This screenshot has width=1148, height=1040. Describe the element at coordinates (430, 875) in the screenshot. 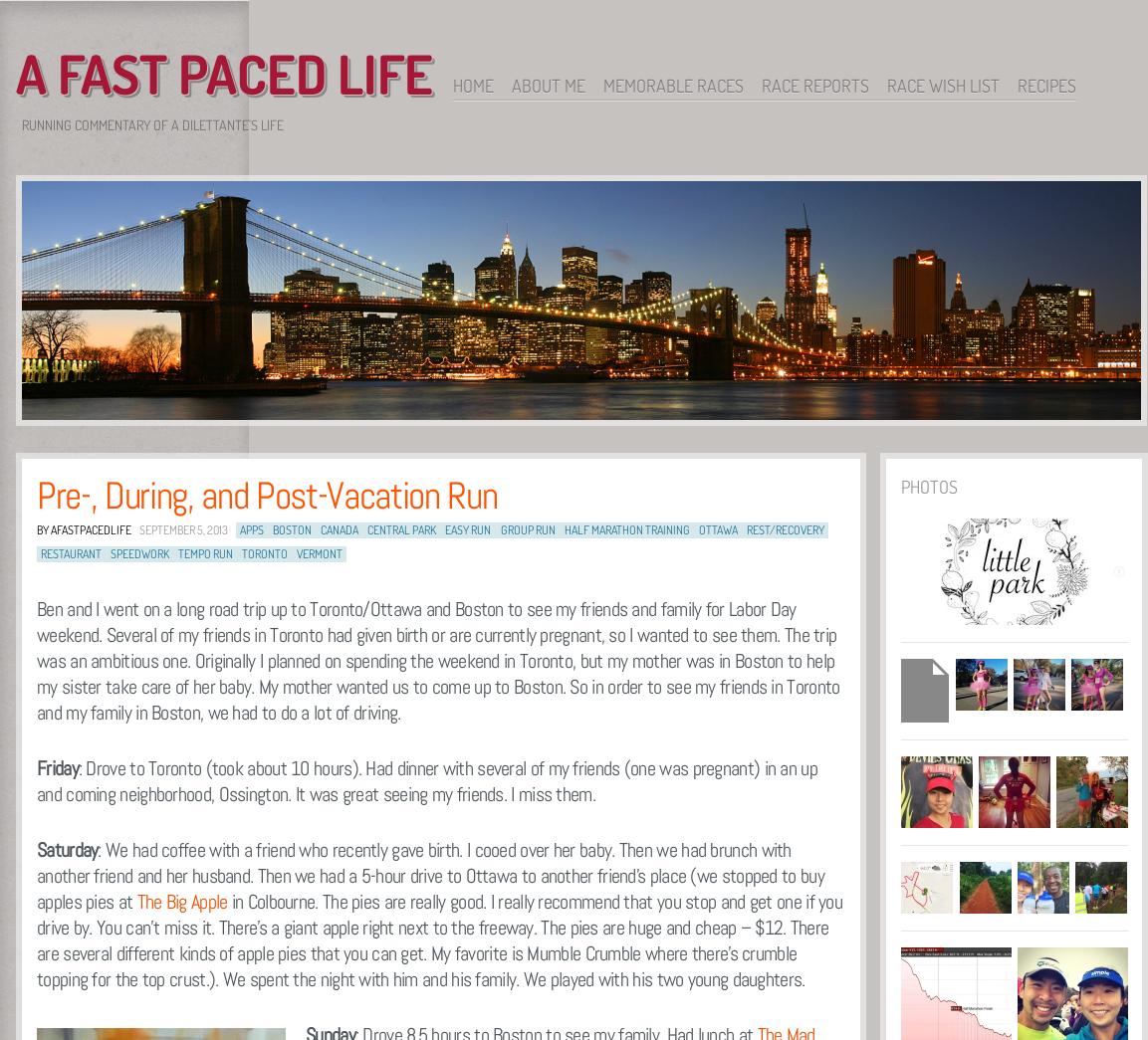

I see `': We had coffee with a friend who recently gave birth. I cooed over her baby. Then we had brunch with another friend and her husband. Then we had a 5-hour drive to Ottawa to another friend’s place (we stopped to buy apples pies at'` at that location.